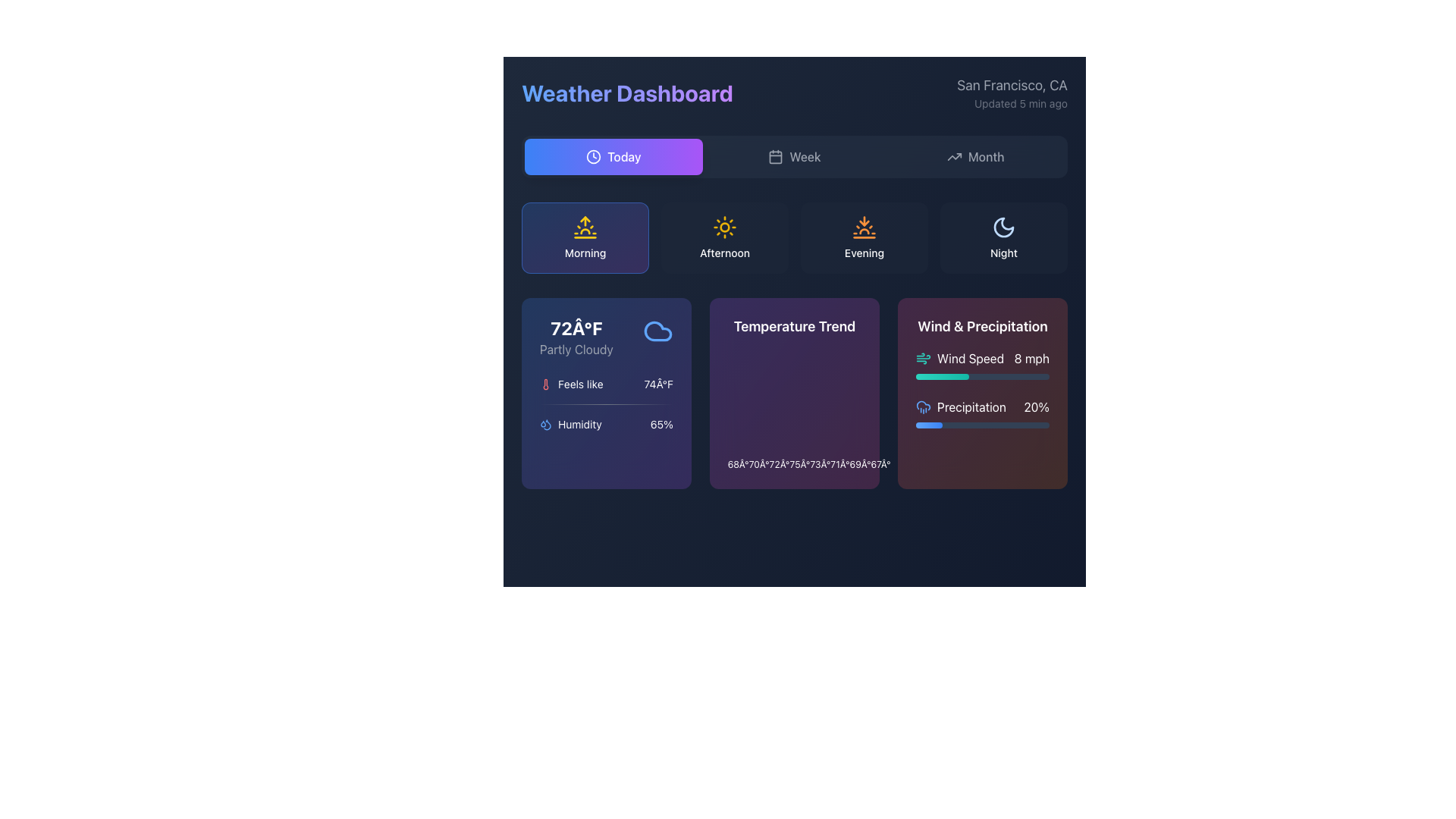 The height and width of the screenshot is (819, 1456). What do you see at coordinates (658, 330) in the screenshot?
I see `the cloud-shaped icon with a hollow center, outlined in blue, located in the top right corner of the 'Partly Cloudy' section of the Weather Dashboard` at bounding box center [658, 330].